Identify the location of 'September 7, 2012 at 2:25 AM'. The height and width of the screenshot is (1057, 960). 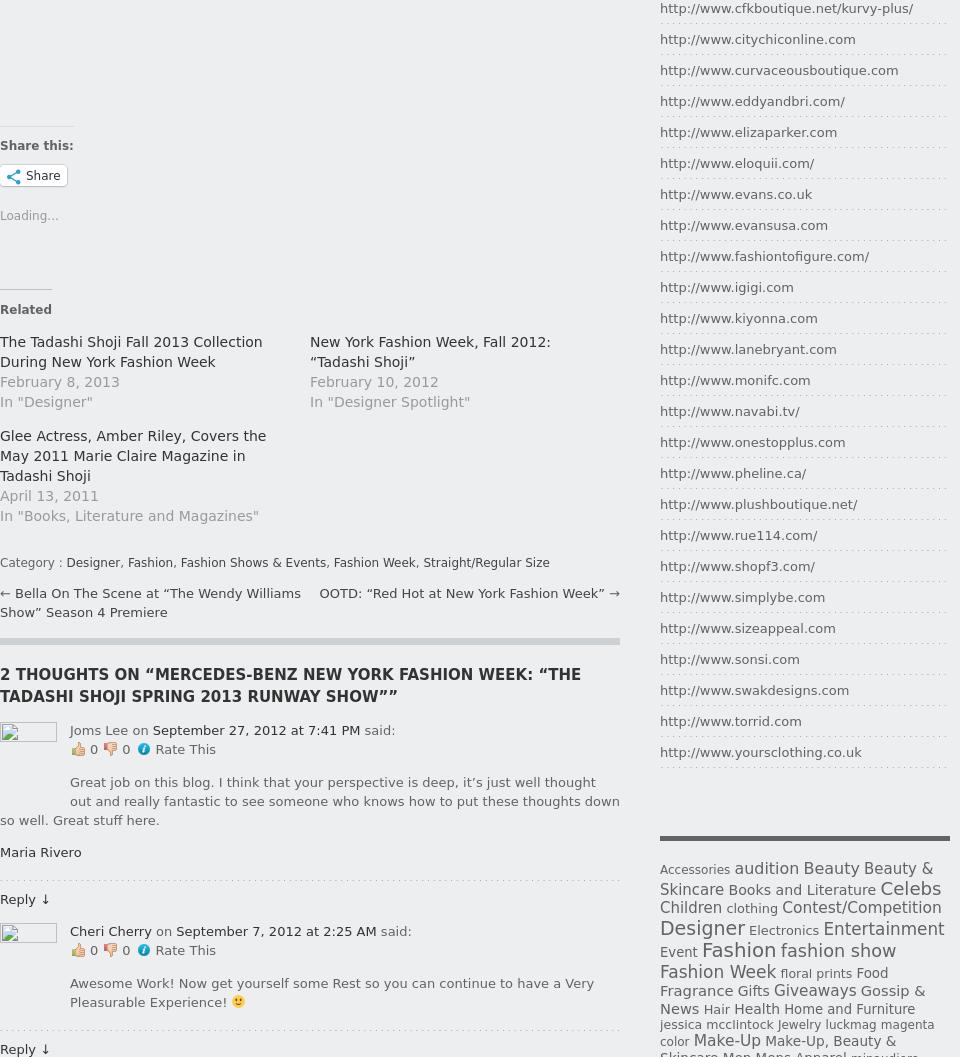
(174, 930).